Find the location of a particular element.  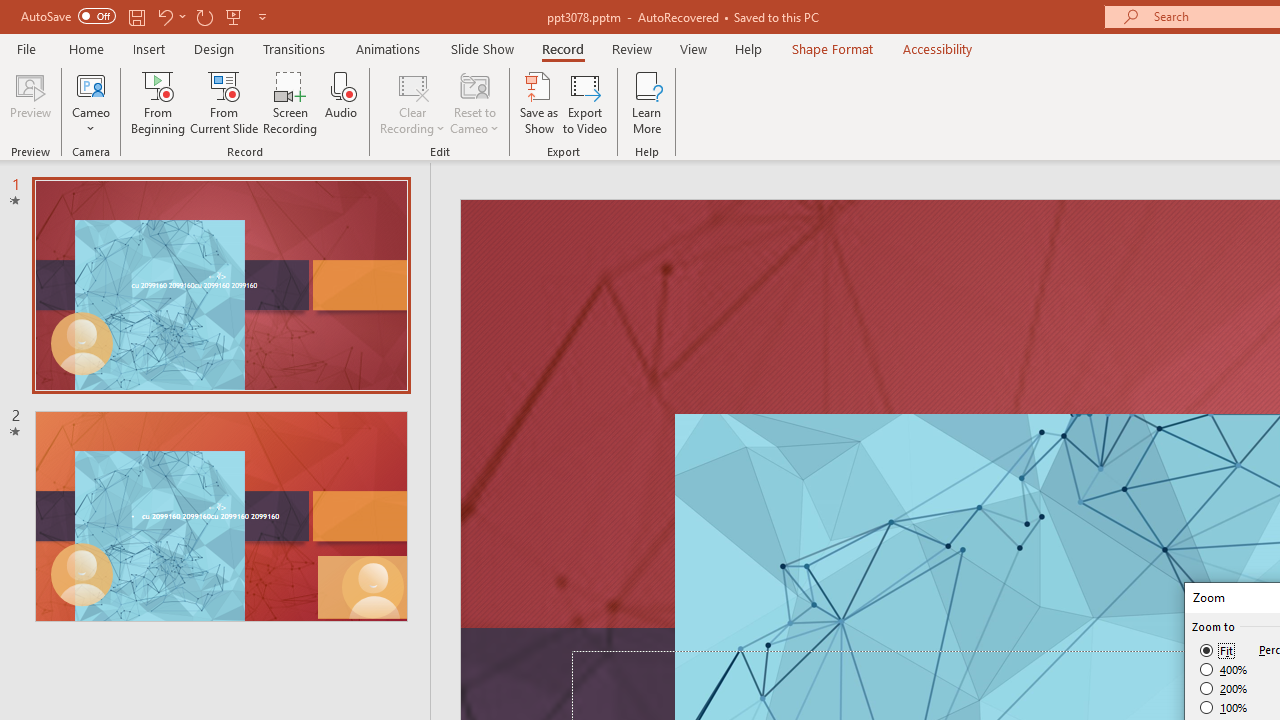

'From Beginning...' is located at coordinates (157, 103).